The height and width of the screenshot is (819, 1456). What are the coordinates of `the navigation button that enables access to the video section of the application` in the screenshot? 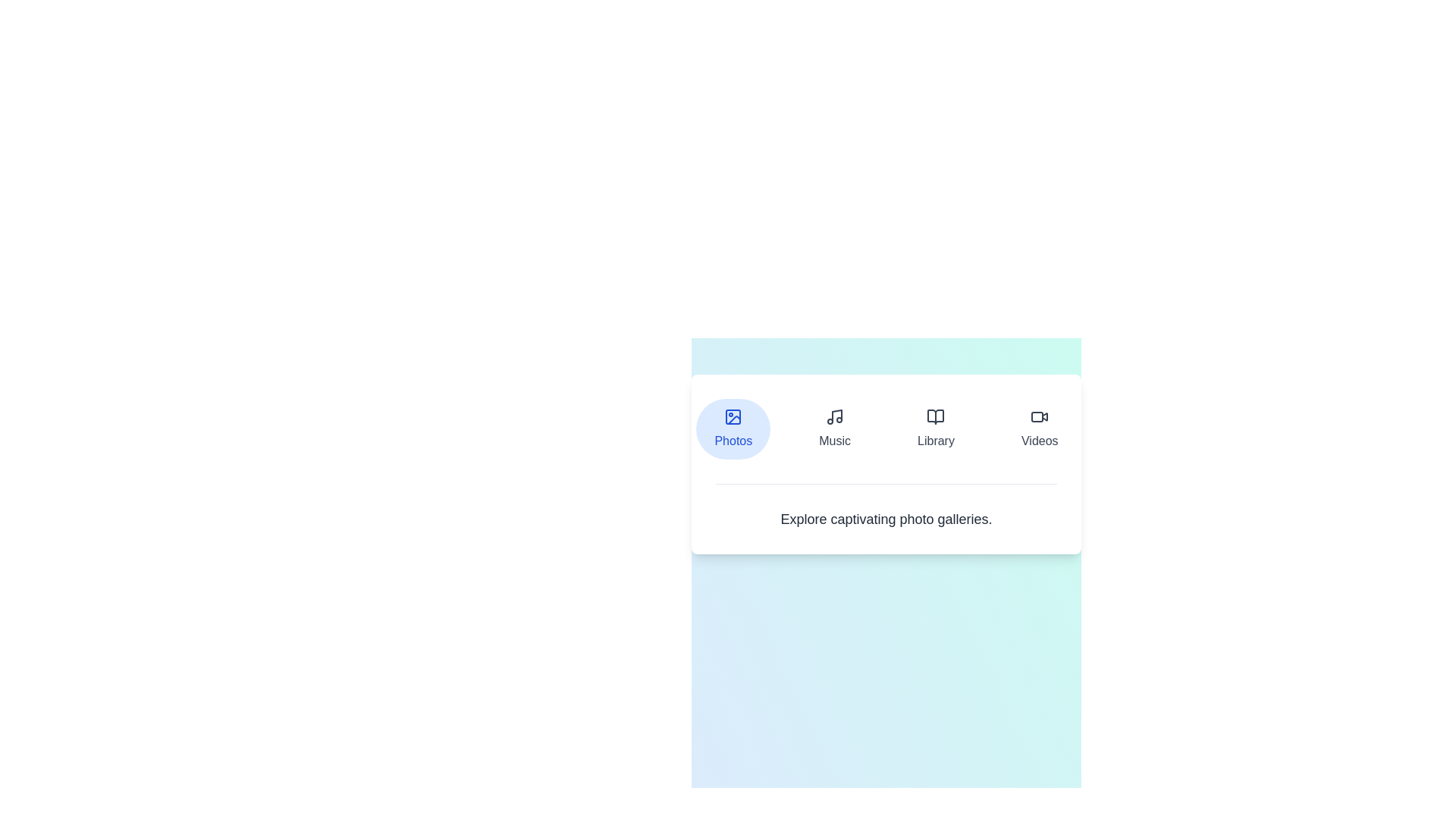 It's located at (1039, 429).